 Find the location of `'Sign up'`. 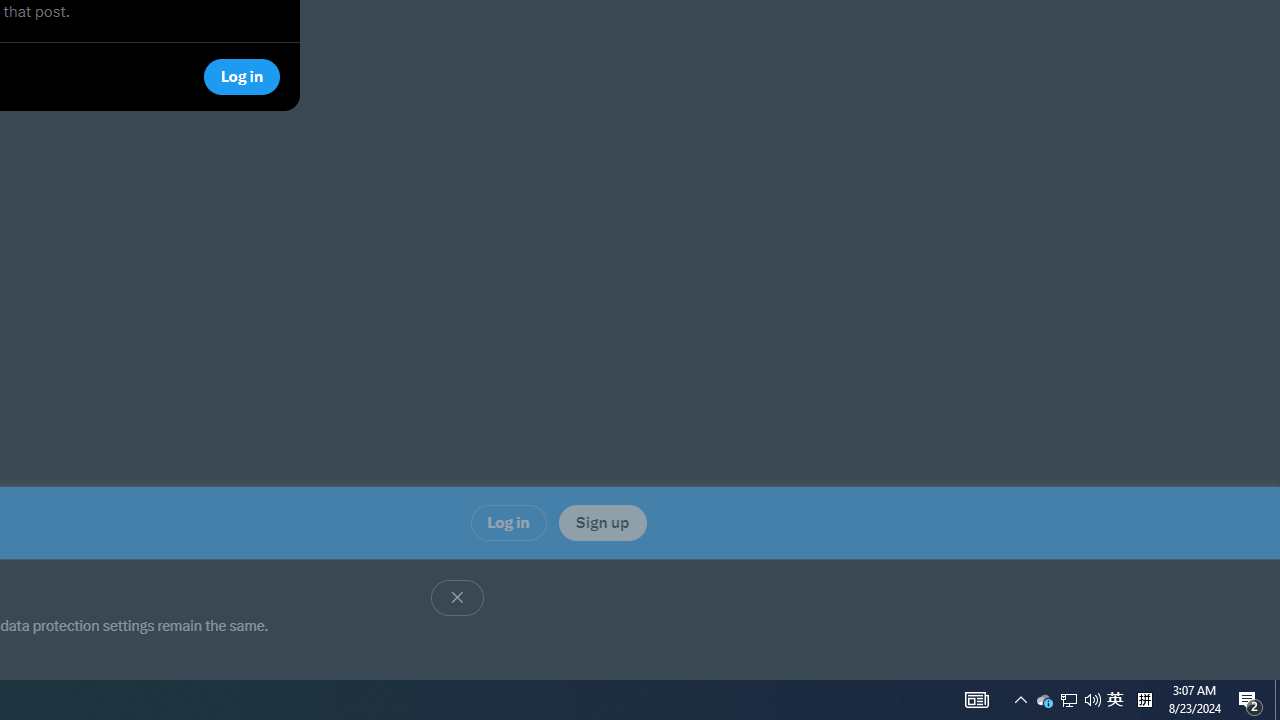

'Sign up' is located at coordinates (601, 521).